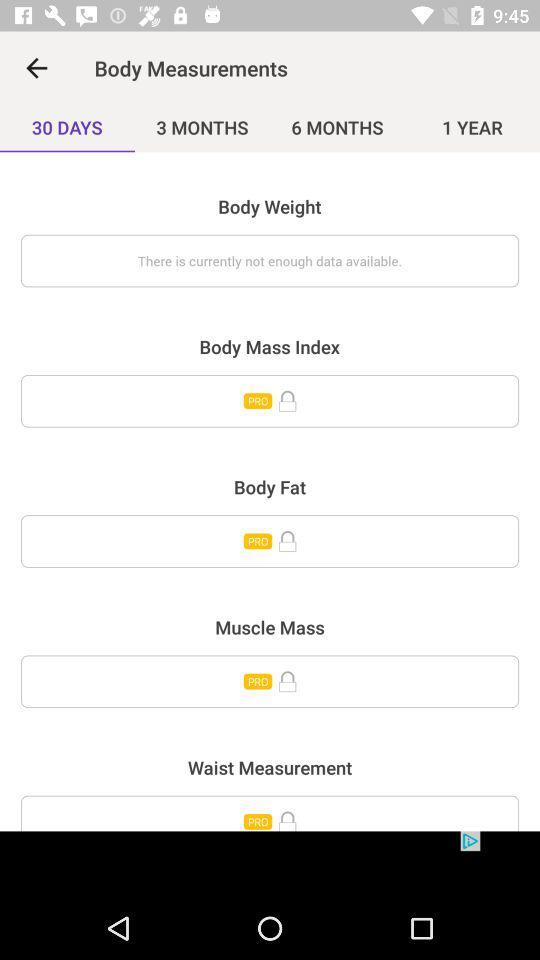  I want to click on menu page, so click(270, 400).